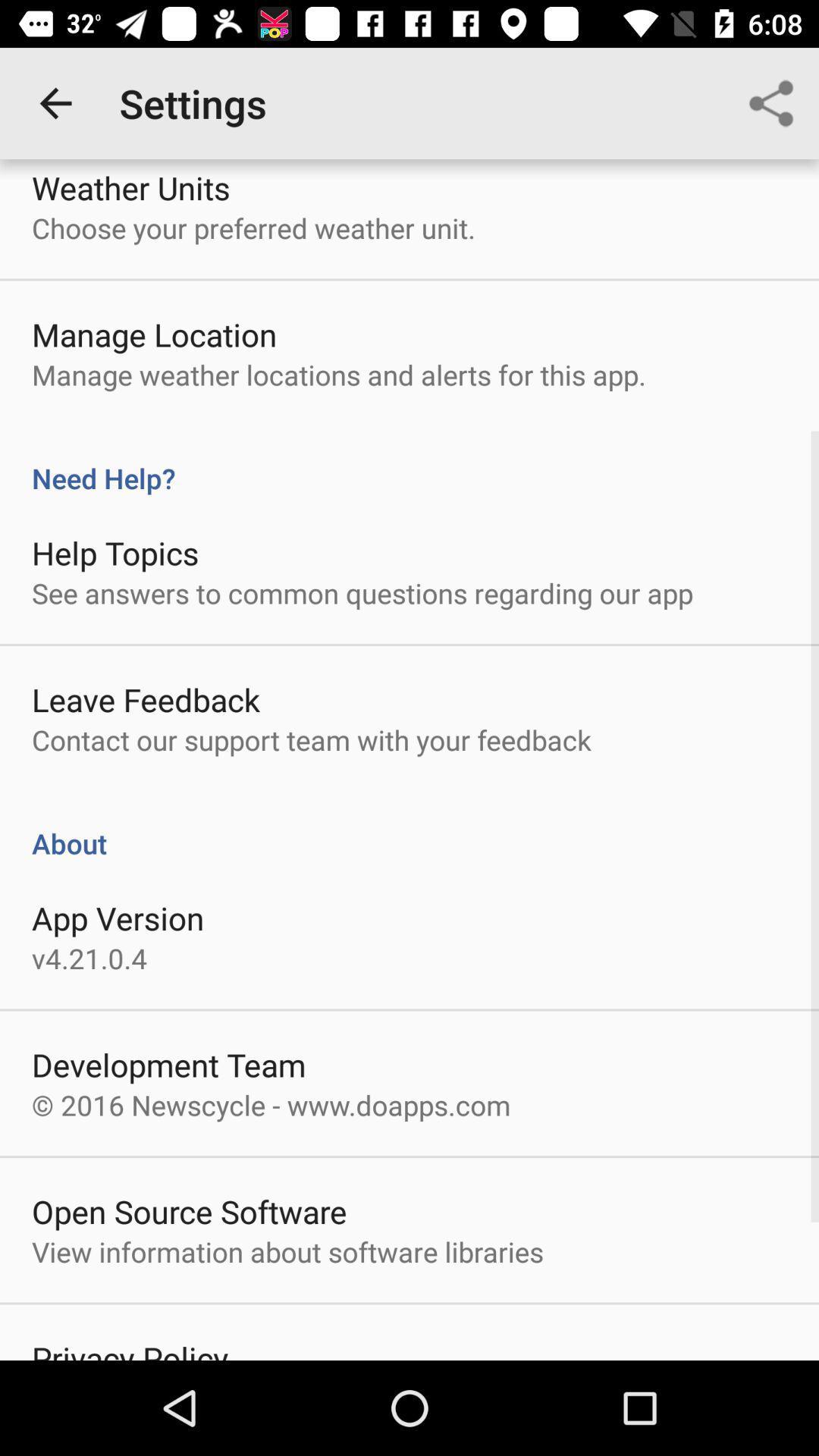  What do you see at coordinates (311, 739) in the screenshot?
I see `the item below the leave feedback item` at bounding box center [311, 739].